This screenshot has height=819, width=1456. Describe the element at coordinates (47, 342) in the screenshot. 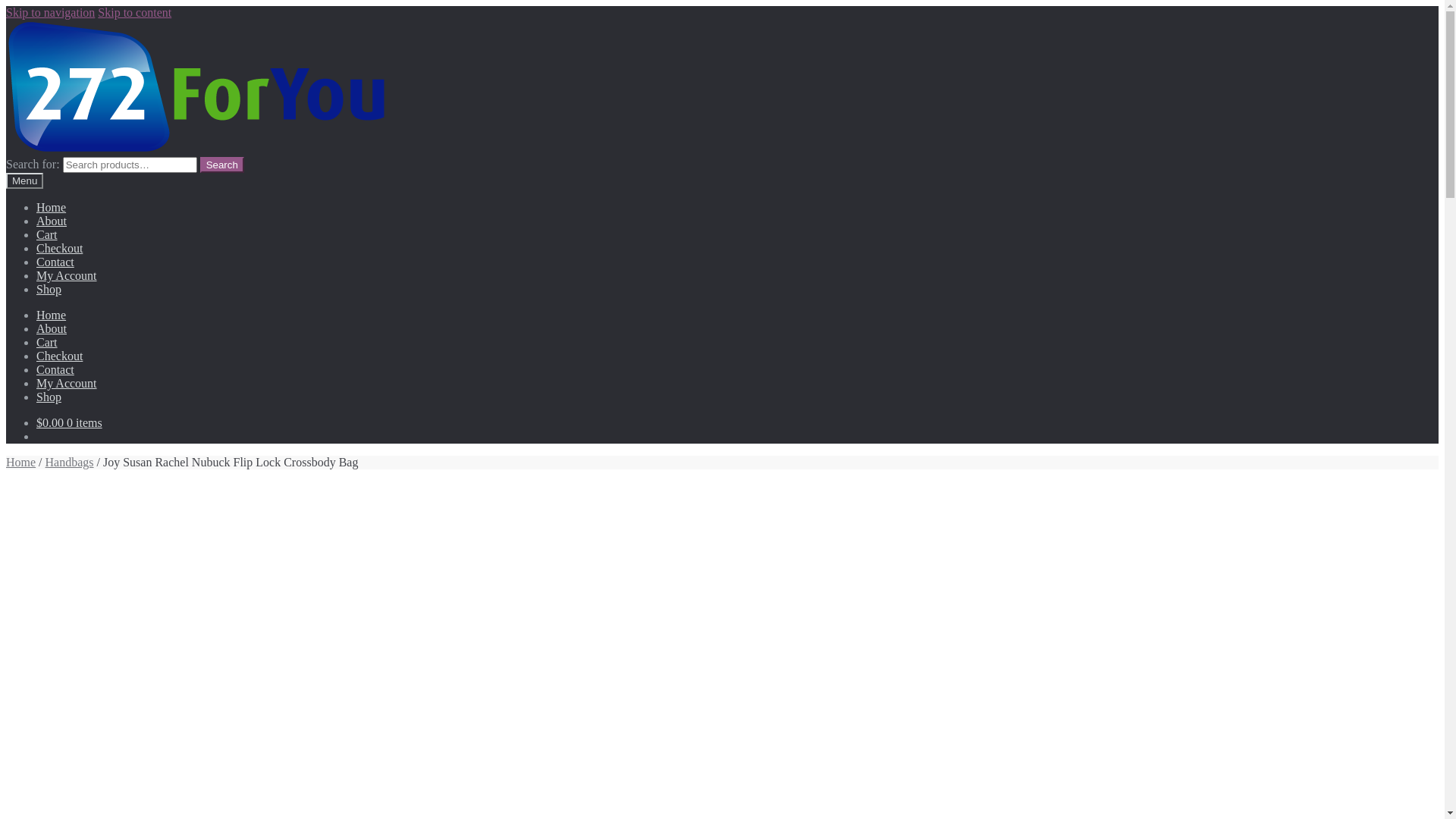

I see `'Cart'` at that location.